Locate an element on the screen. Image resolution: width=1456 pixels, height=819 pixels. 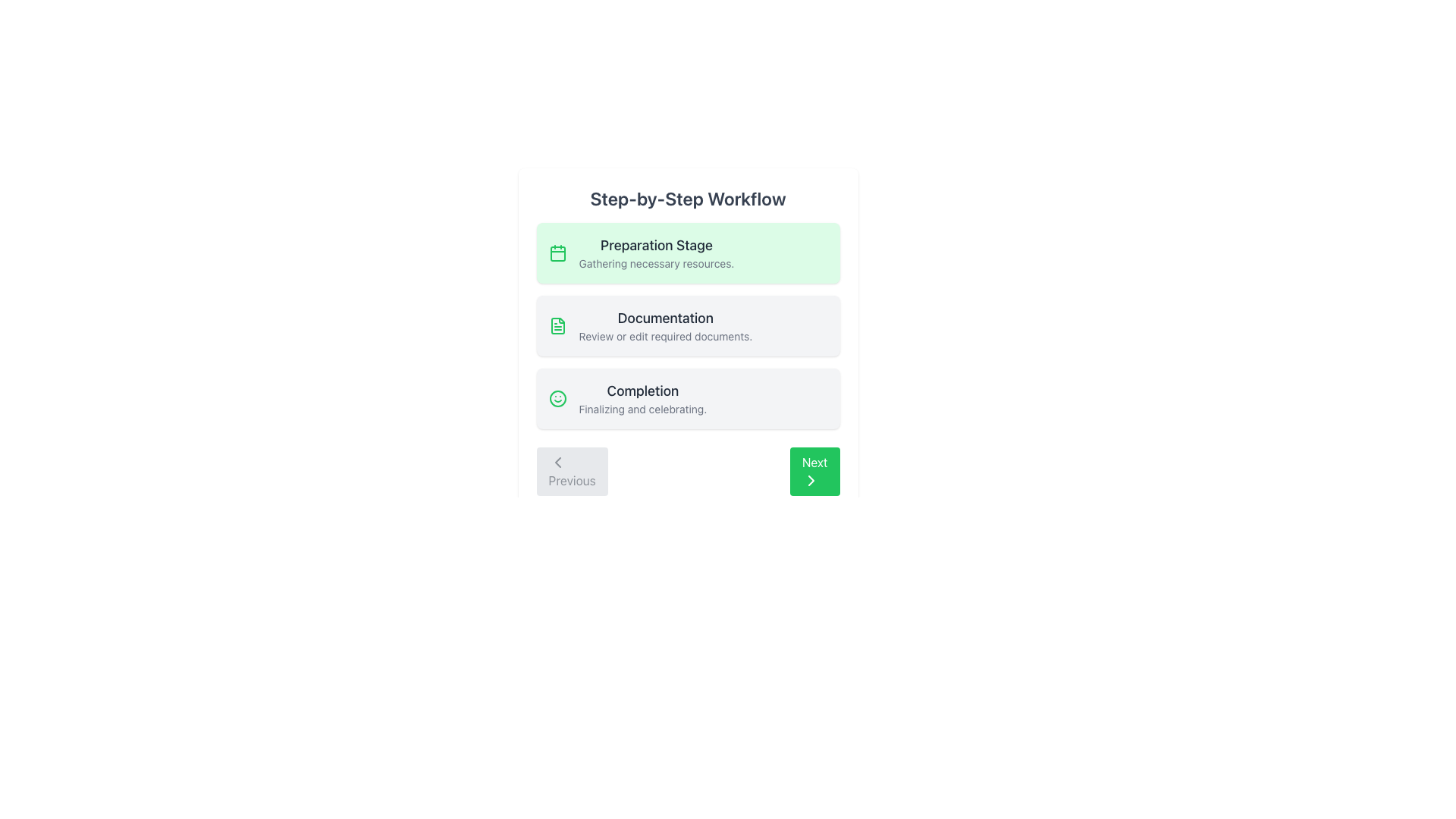
the informational card labeled 'Completion' in the 'Step-by-Step Workflow' interface, which is located in the third segment beneath the header and has a light gray background is located at coordinates (642, 397).